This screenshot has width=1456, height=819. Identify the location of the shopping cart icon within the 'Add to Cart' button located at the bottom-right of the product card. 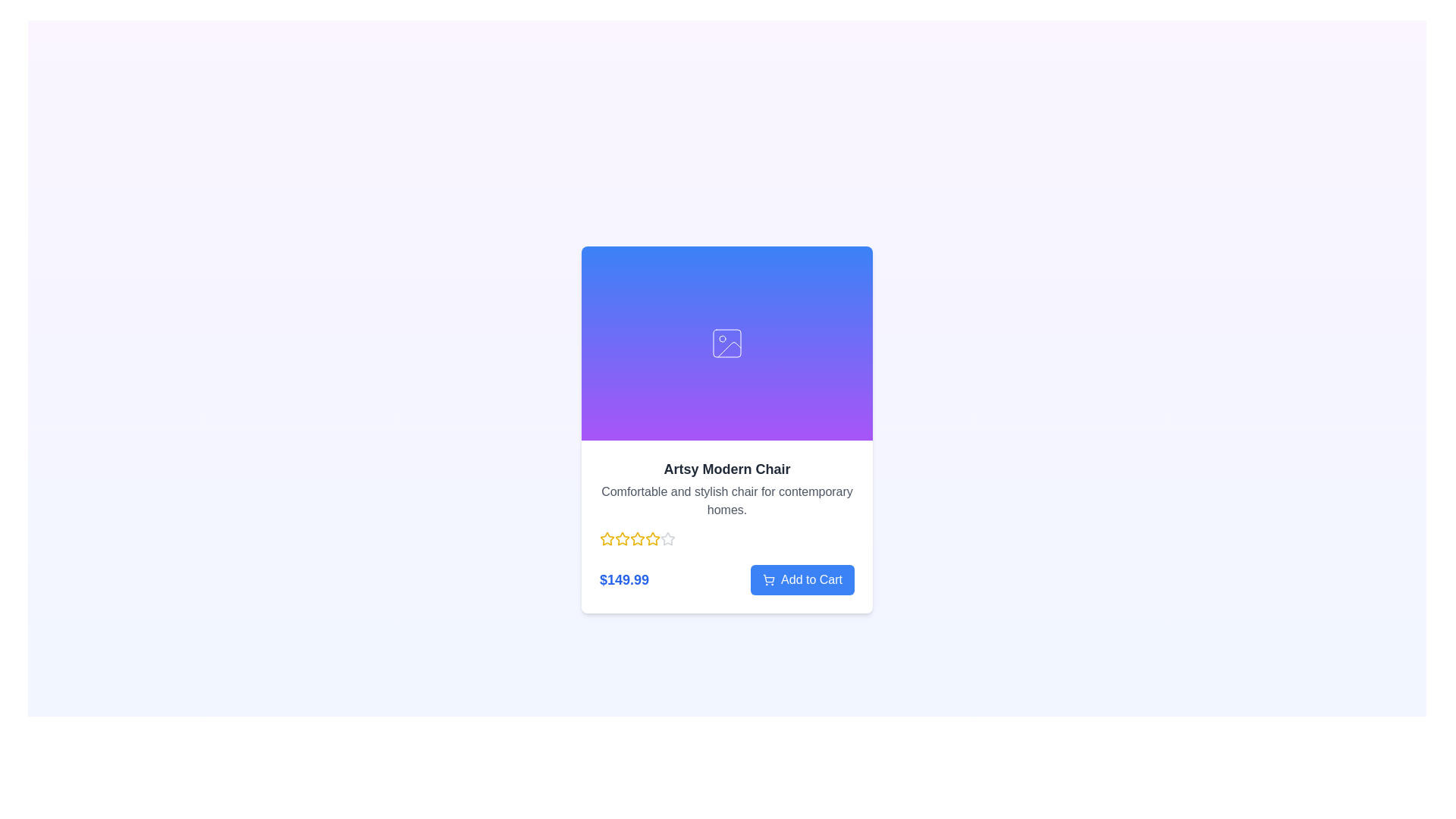
(769, 579).